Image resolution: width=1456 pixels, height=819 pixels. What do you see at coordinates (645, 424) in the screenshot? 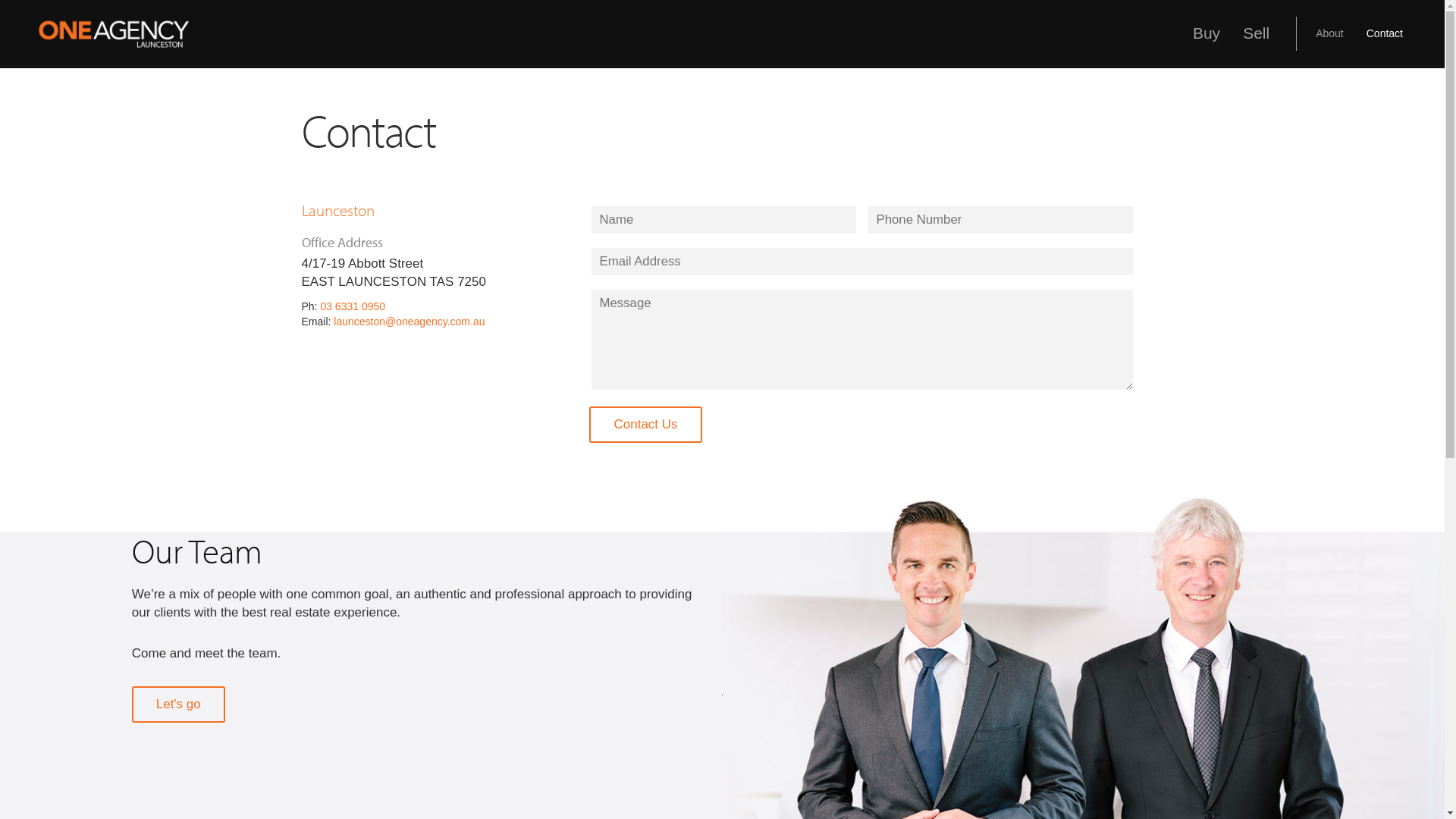
I see `'Contact Us'` at bounding box center [645, 424].